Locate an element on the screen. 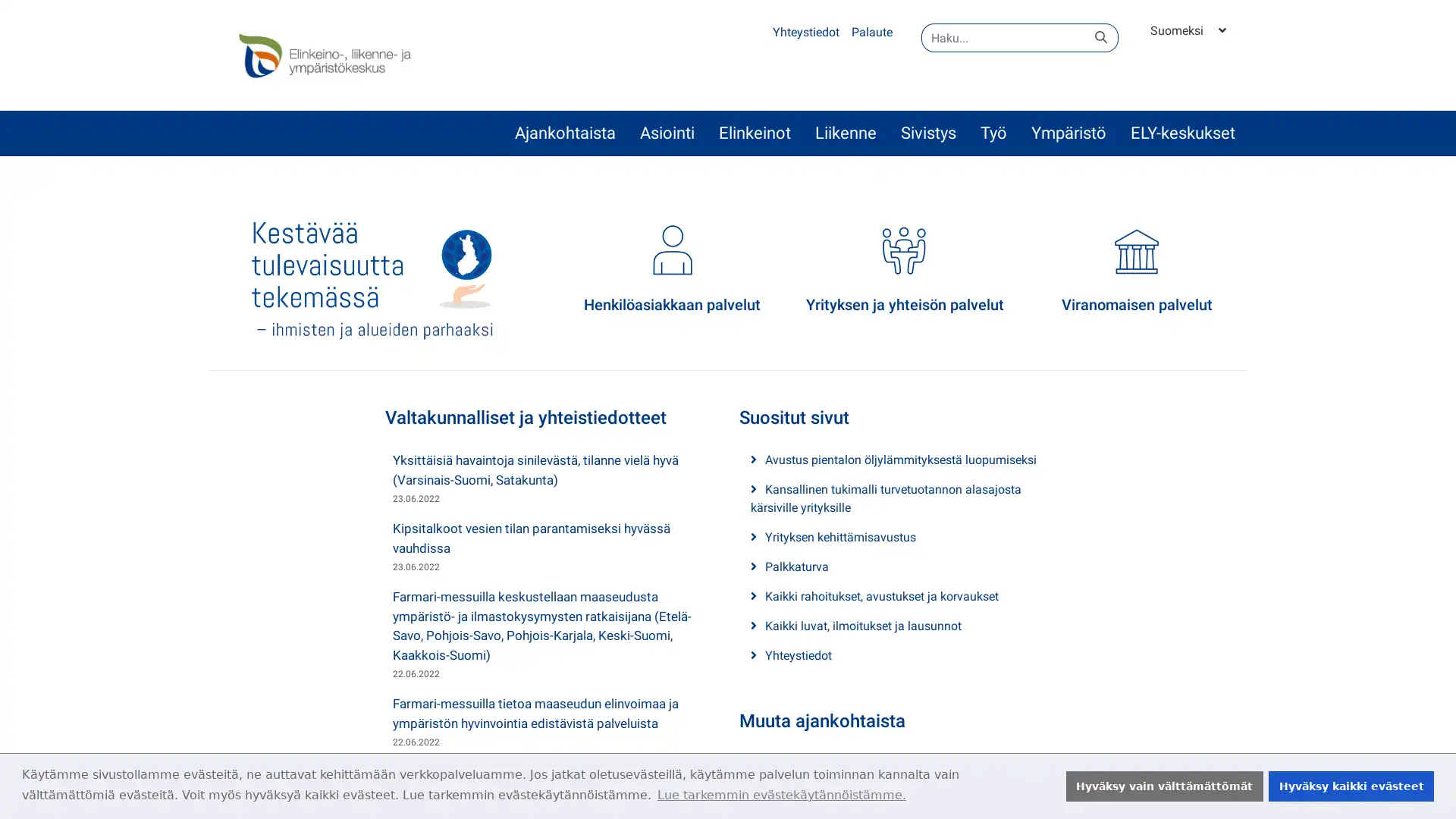  deny cookies is located at coordinates (1163, 785).